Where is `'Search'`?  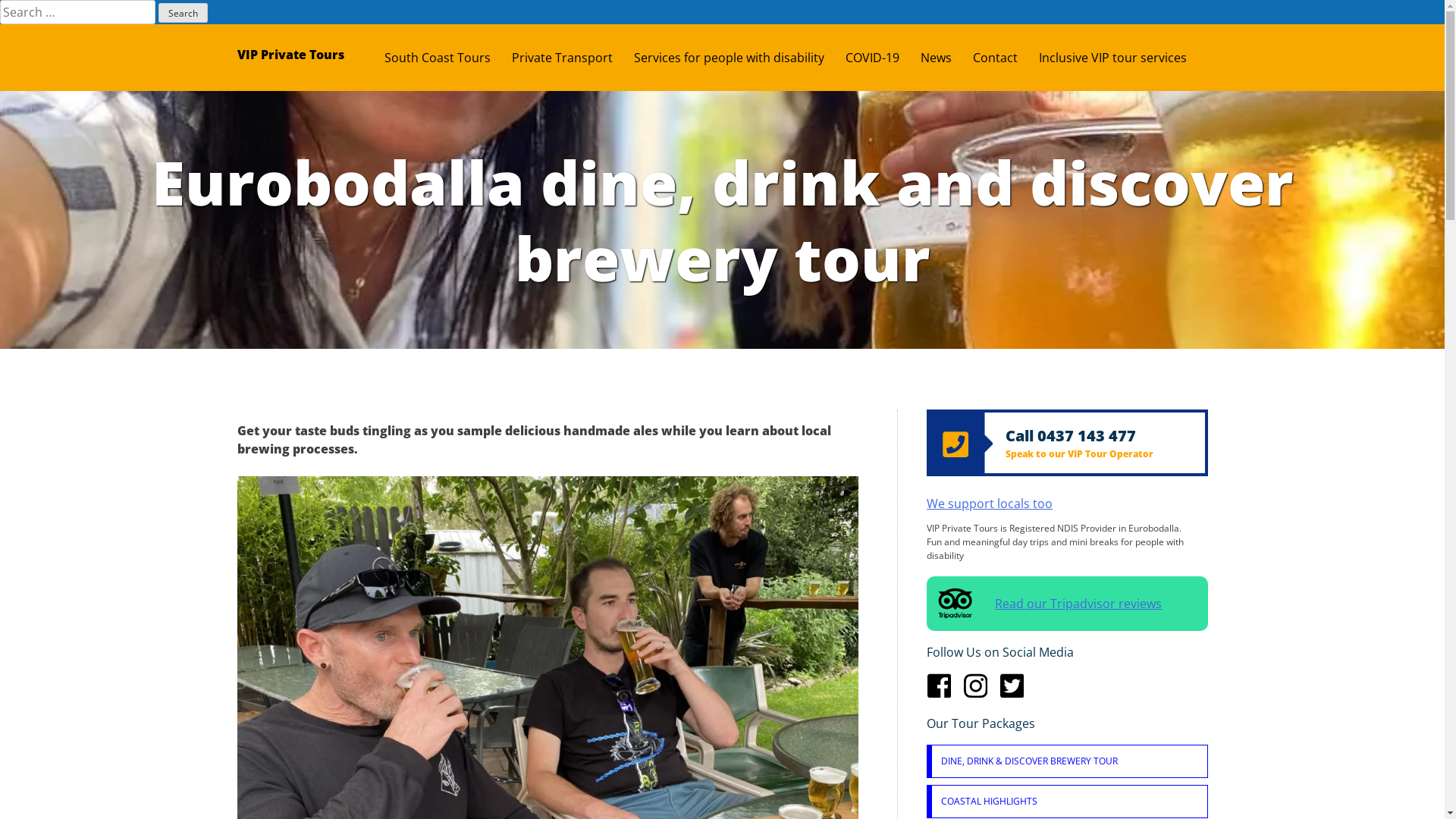
'Search' is located at coordinates (182, 12).